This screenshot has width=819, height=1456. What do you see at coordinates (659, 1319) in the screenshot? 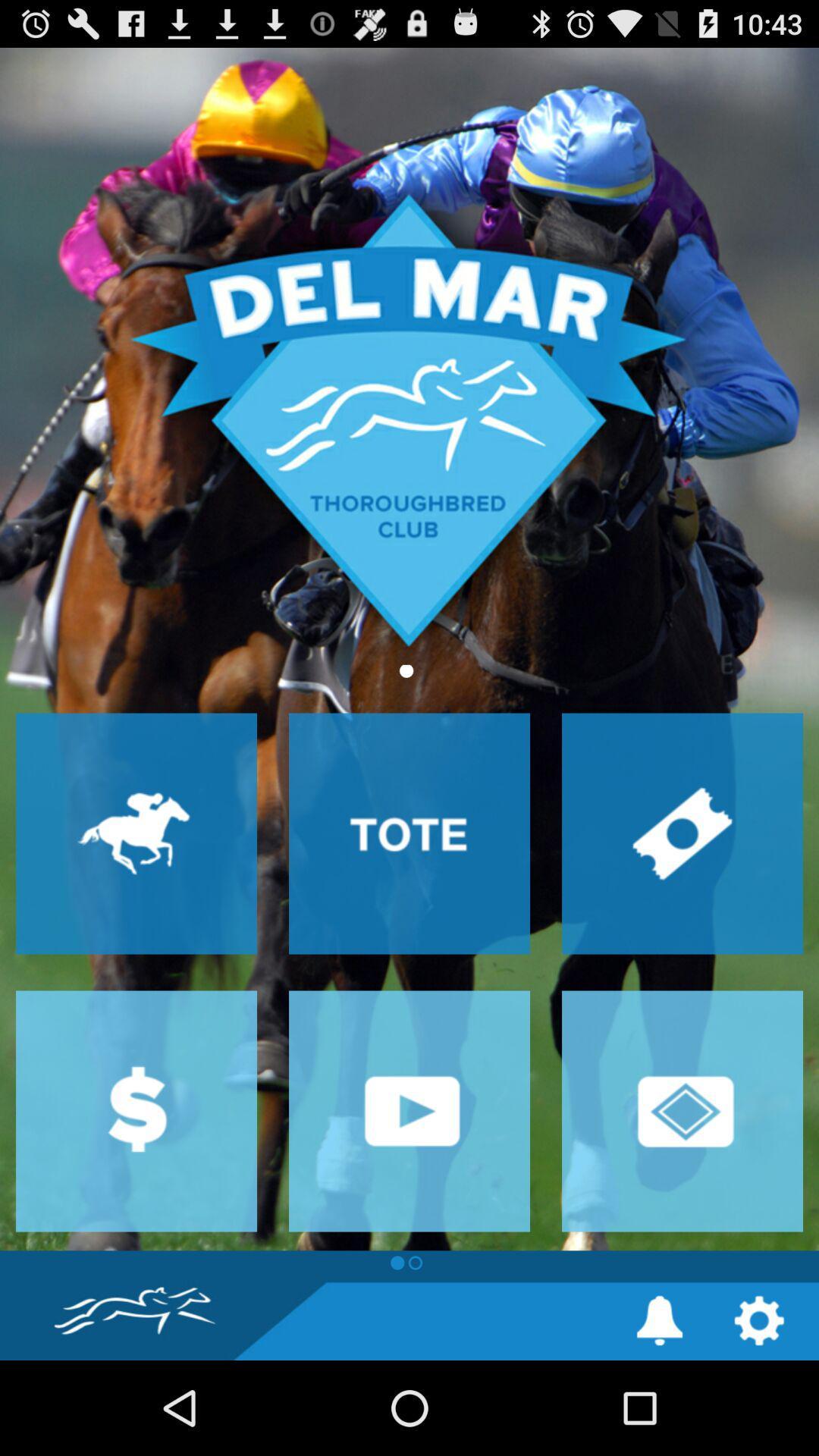
I see `notification settings` at bounding box center [659, 1319].